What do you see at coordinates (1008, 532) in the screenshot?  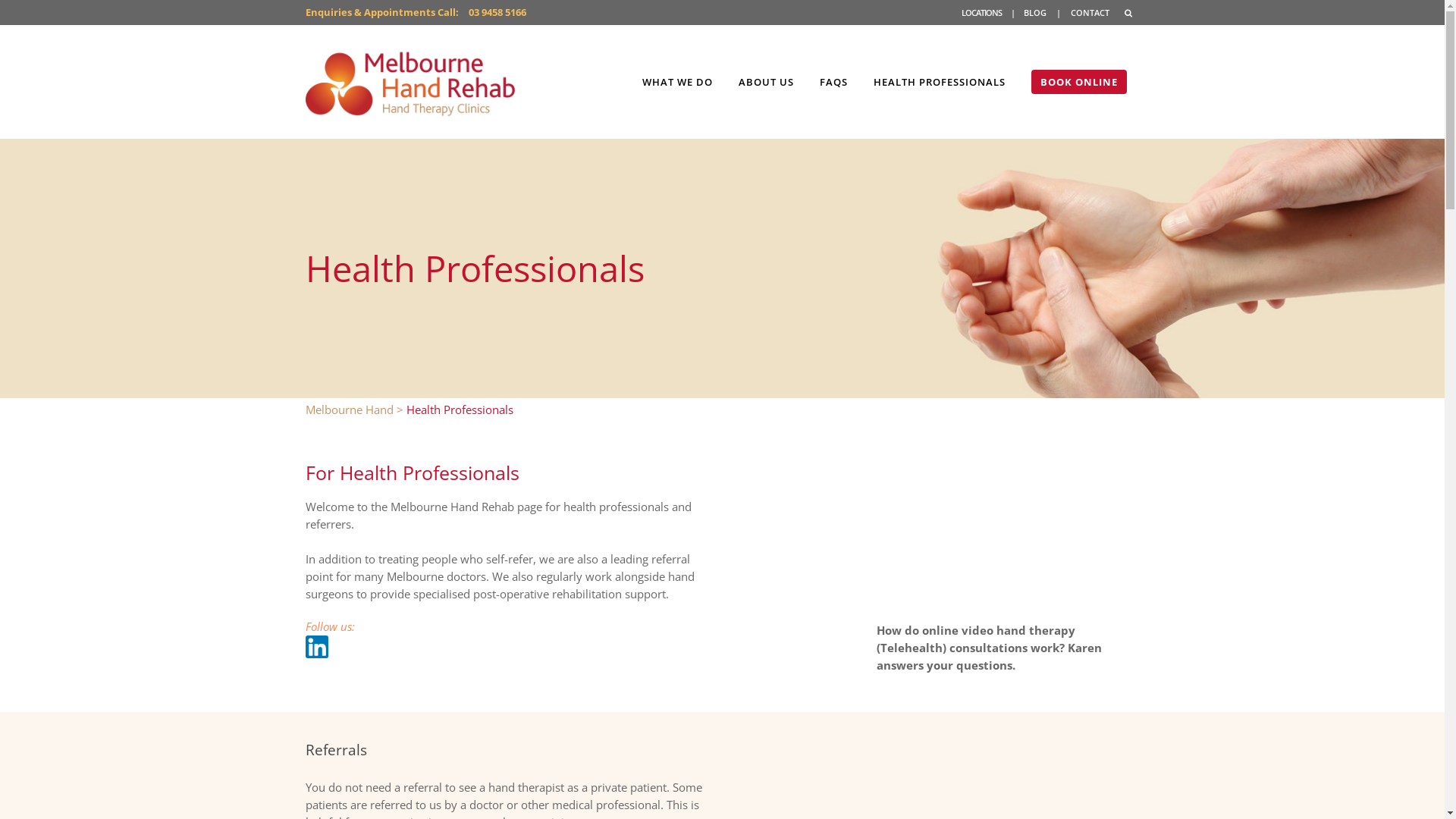 I see `'Surgeons questions'` at bounding box center [1008, 532].